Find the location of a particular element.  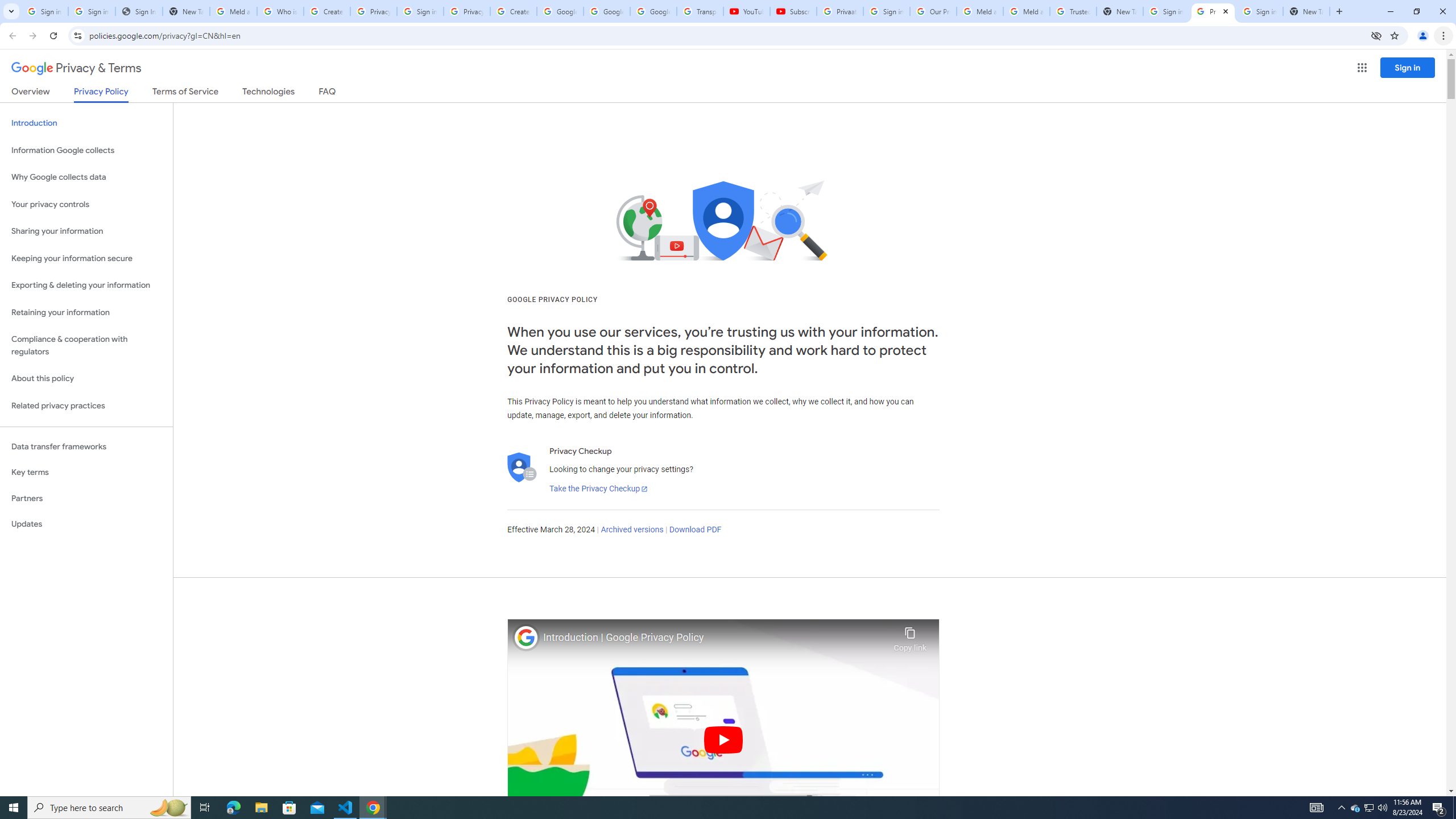

'Copy link' is located at coordinates (909, 636).